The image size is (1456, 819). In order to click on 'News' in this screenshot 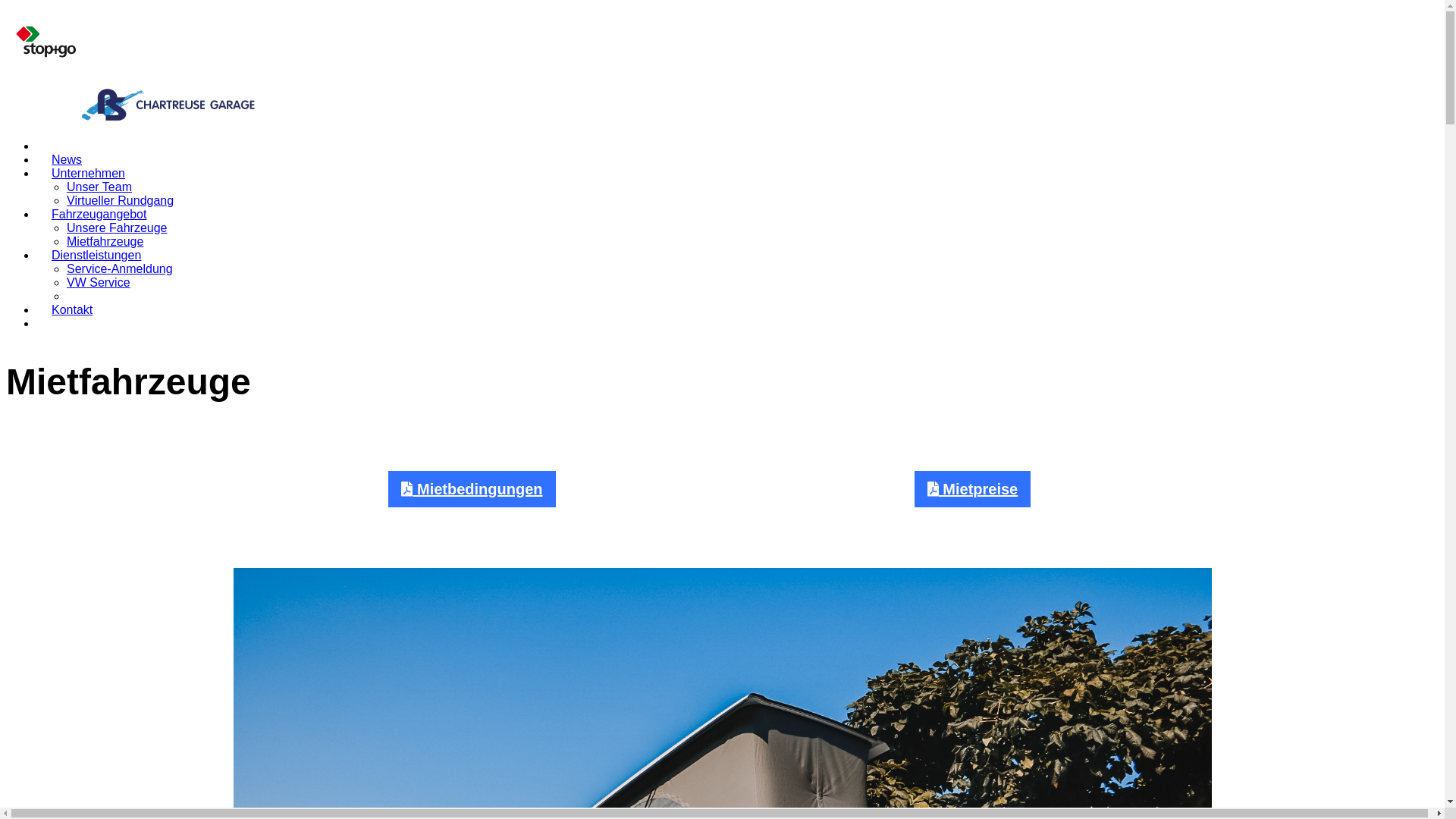, I will do `click(65, 159)`.